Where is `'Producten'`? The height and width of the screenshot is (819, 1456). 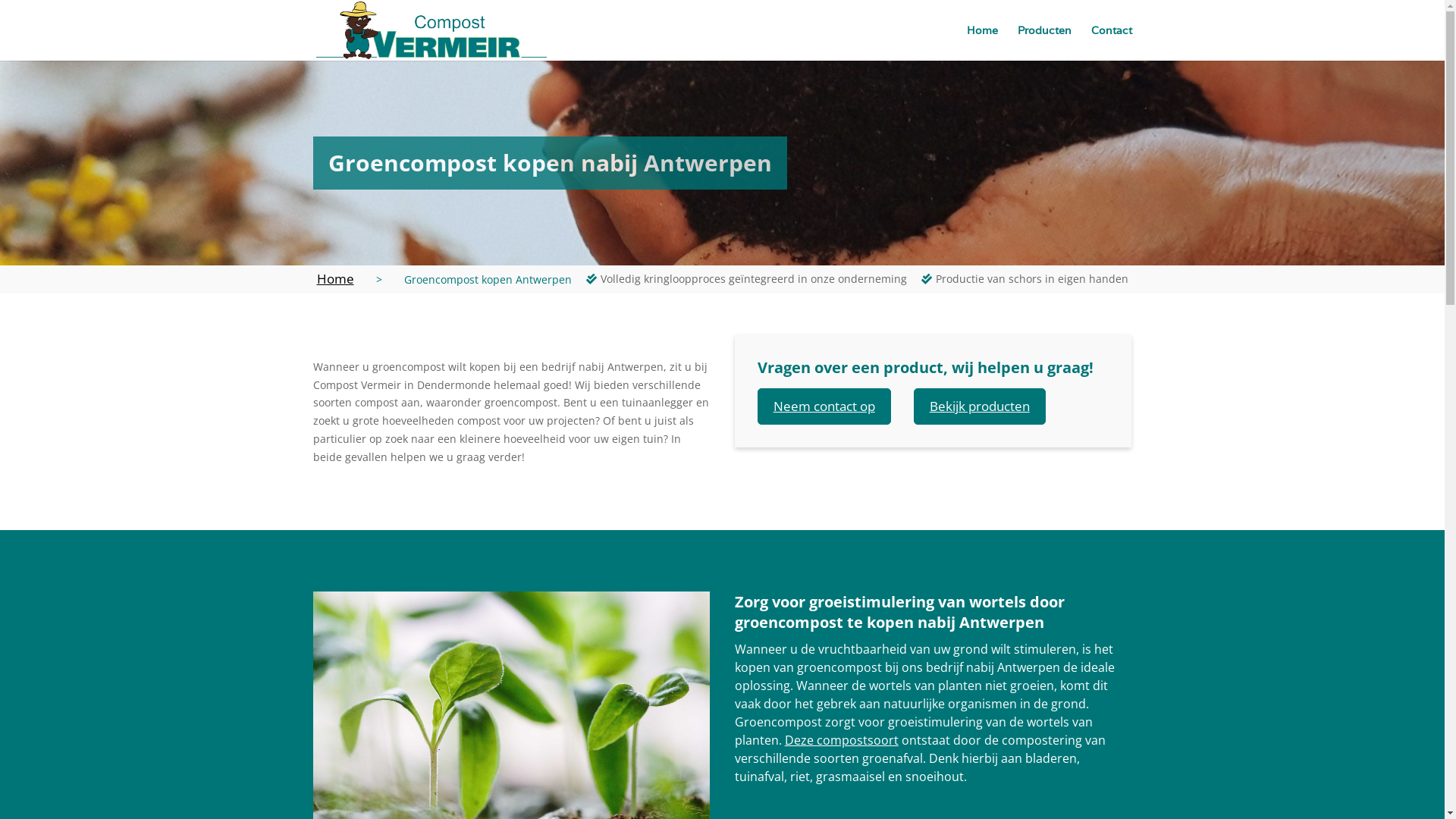 'Producten' is located at coordinates (1043, 30).